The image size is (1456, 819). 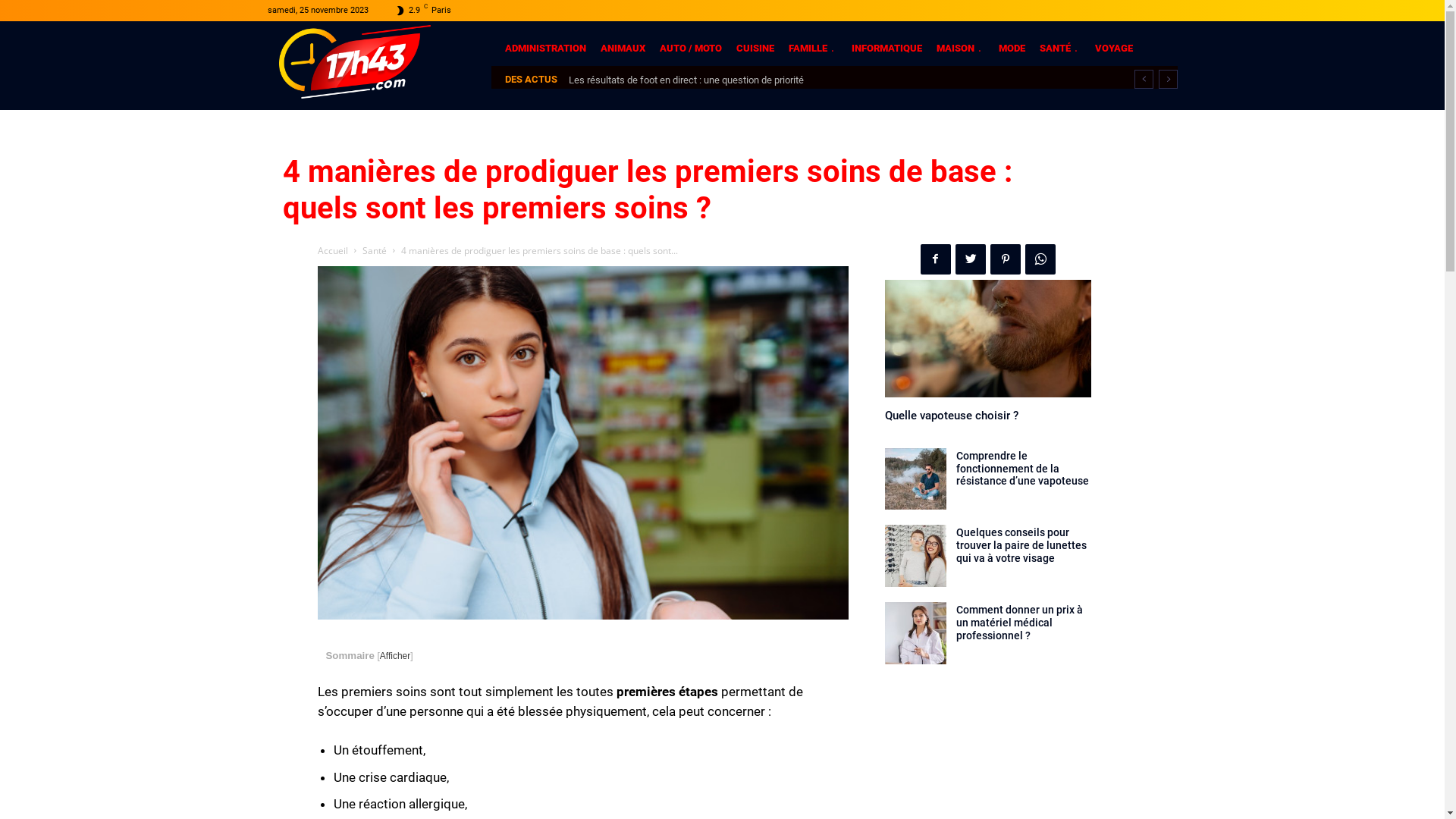 What do you see at coordinates (886, 47) in the screenshot?
I see `'INFORMATIQUE'` at bounding box center [886, 47].